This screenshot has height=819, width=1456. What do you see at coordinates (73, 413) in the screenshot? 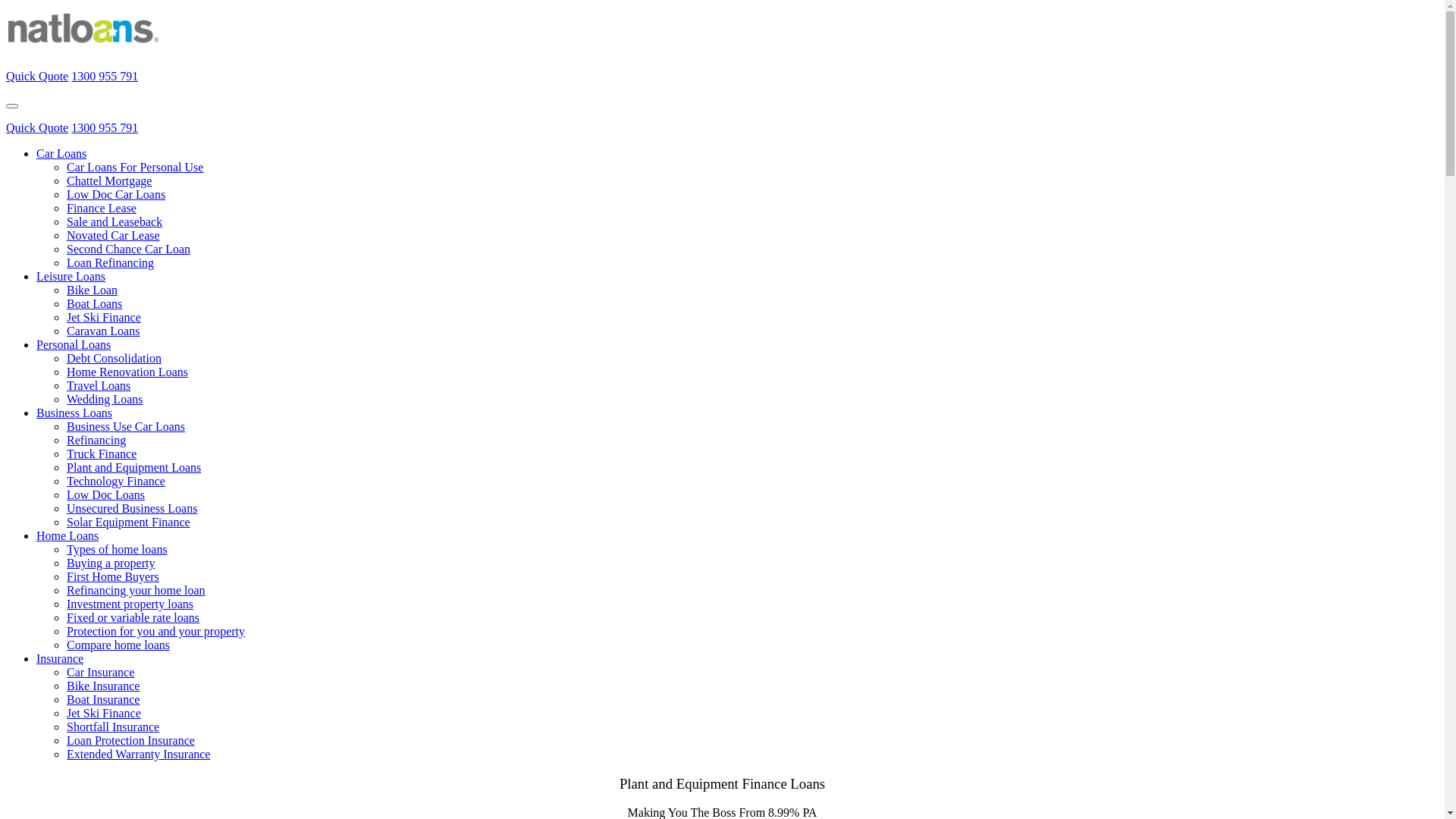
I see `'Business Loans'` at bounding box center [73, 413].